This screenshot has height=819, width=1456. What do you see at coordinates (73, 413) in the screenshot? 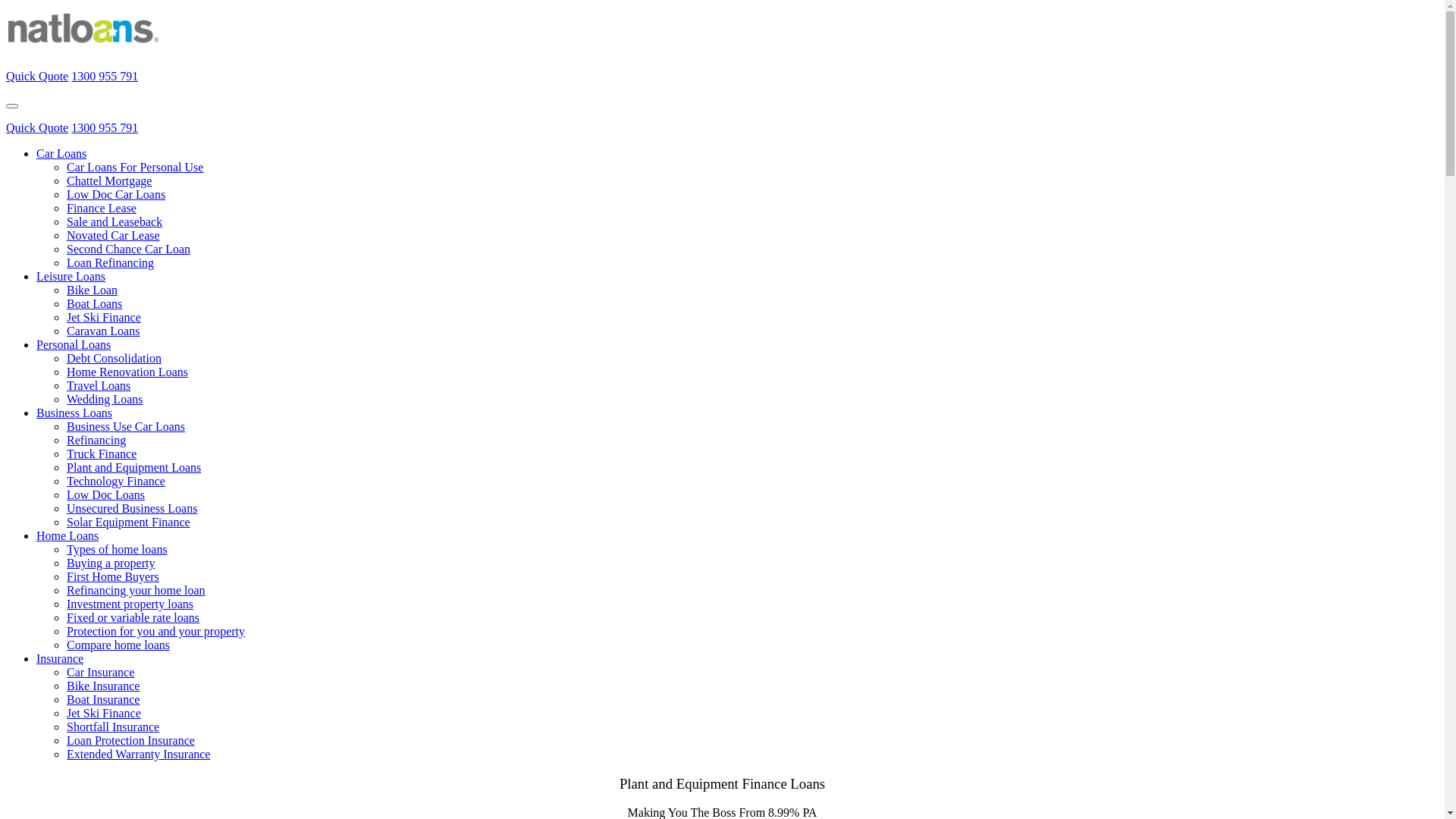
I see `'Business Loans'` at bounding box center [73, 413].